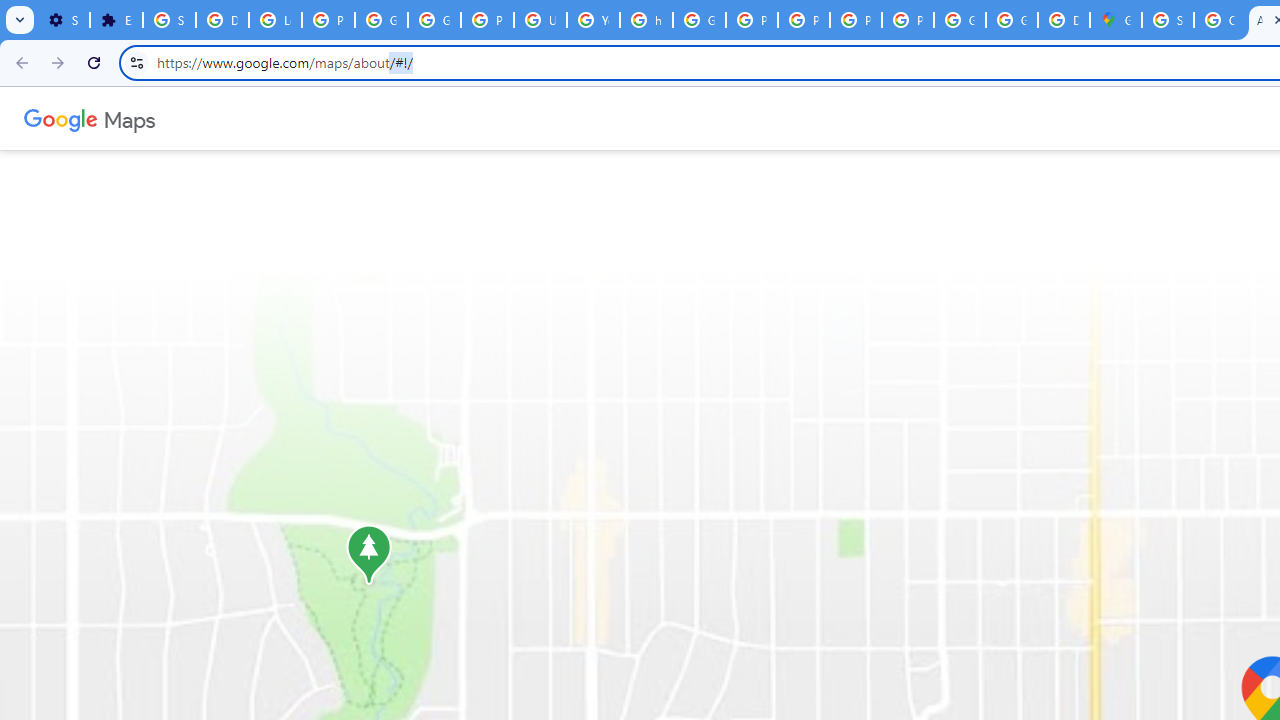 Image resolution: width=1280 pixels, height=720 pixels. Describe the element at coordinates (222, 20) in the screenshot. I see `'Delete photos & videos - Computer - Google Photos Help'` at that location.